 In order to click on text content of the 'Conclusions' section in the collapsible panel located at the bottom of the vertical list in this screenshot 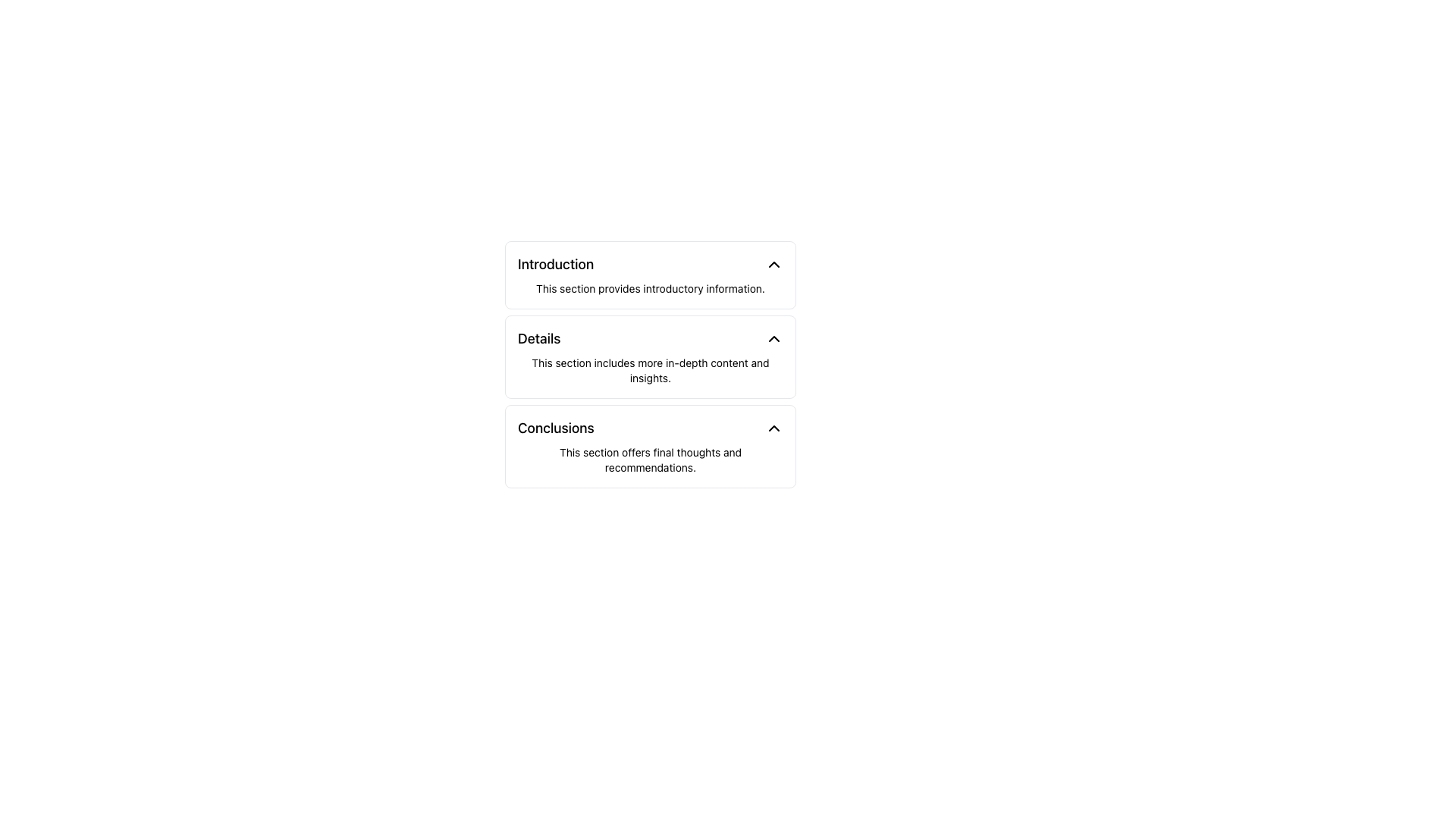, I will do `click(651, 446)`.